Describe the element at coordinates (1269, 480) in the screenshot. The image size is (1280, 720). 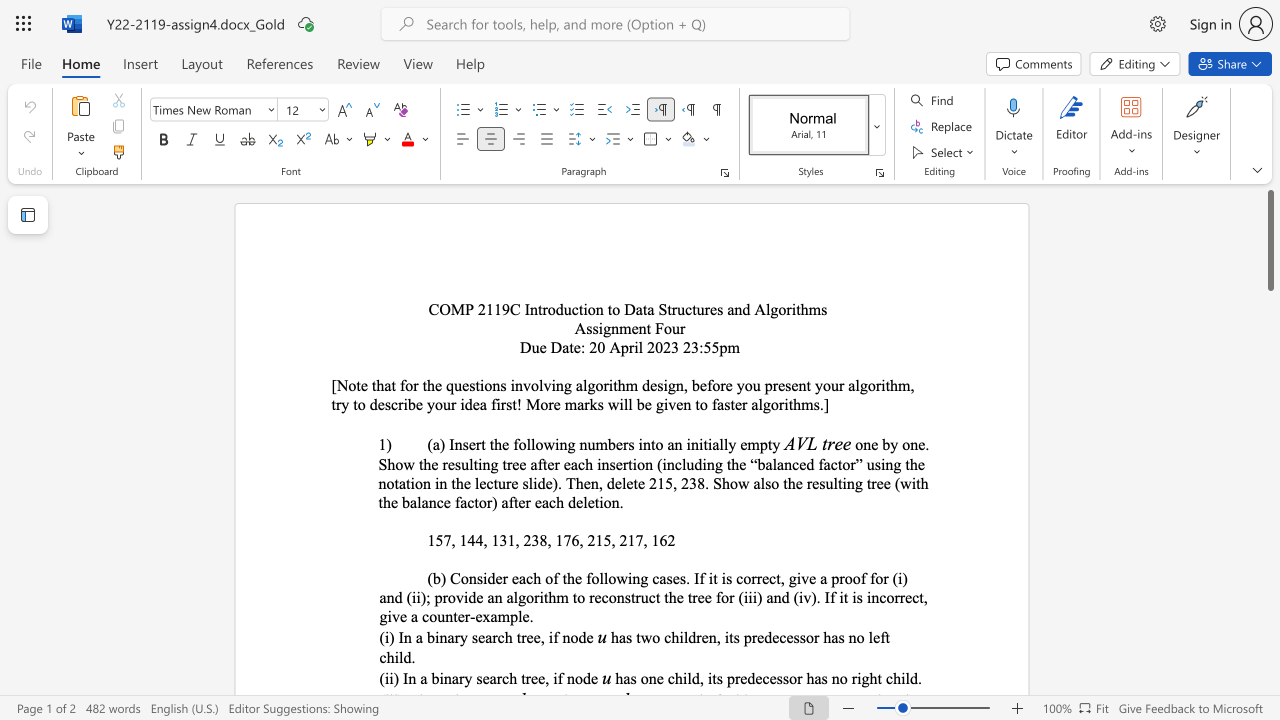
I see `the scrollbar to move the page downward` at that location.